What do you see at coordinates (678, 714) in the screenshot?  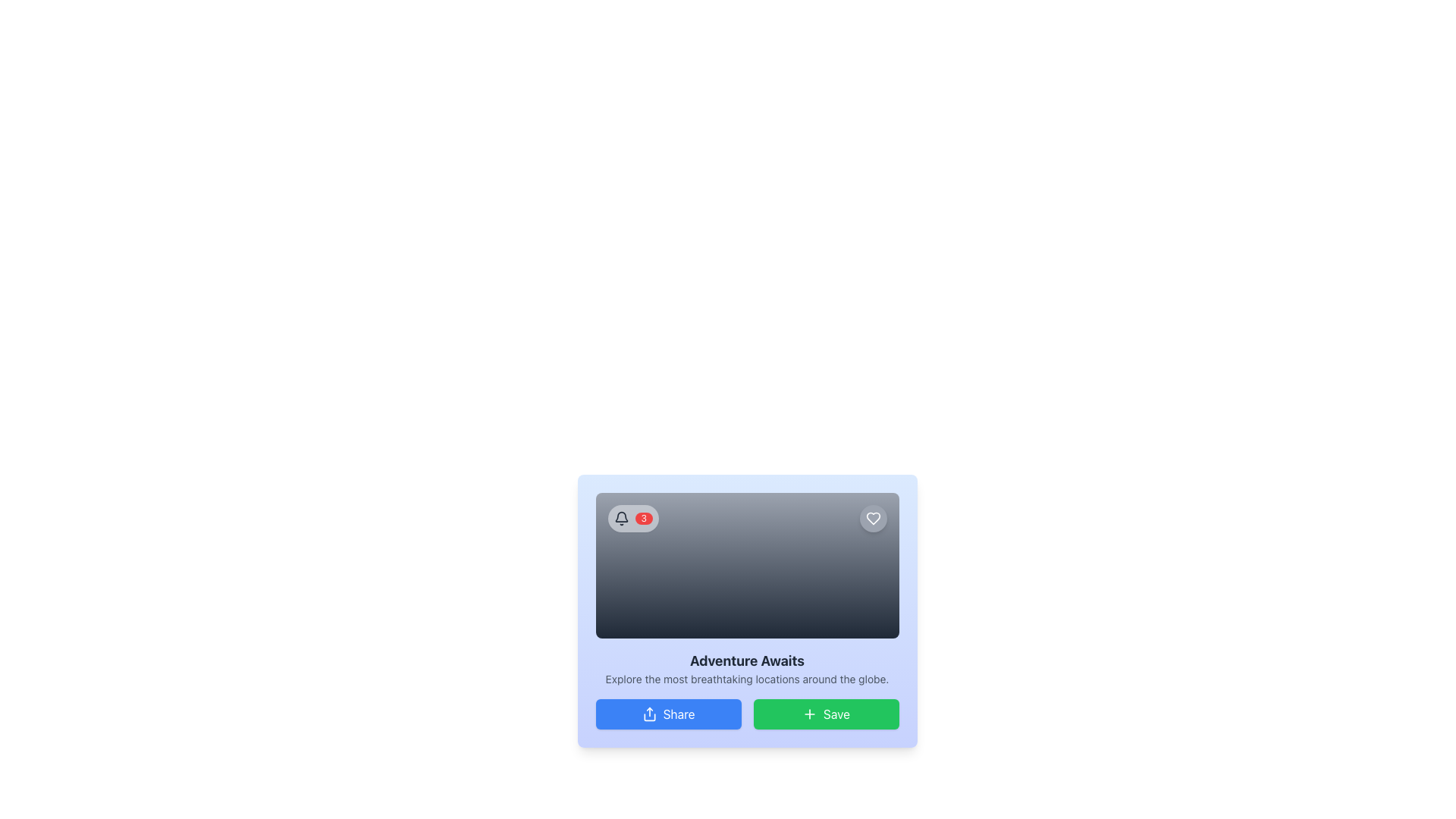 I see `text label displaying 'Share' in white font on a blue background, which is part of a button styled with rounded corners and located in the footer section of the interface` at bounding box center [678, 714].